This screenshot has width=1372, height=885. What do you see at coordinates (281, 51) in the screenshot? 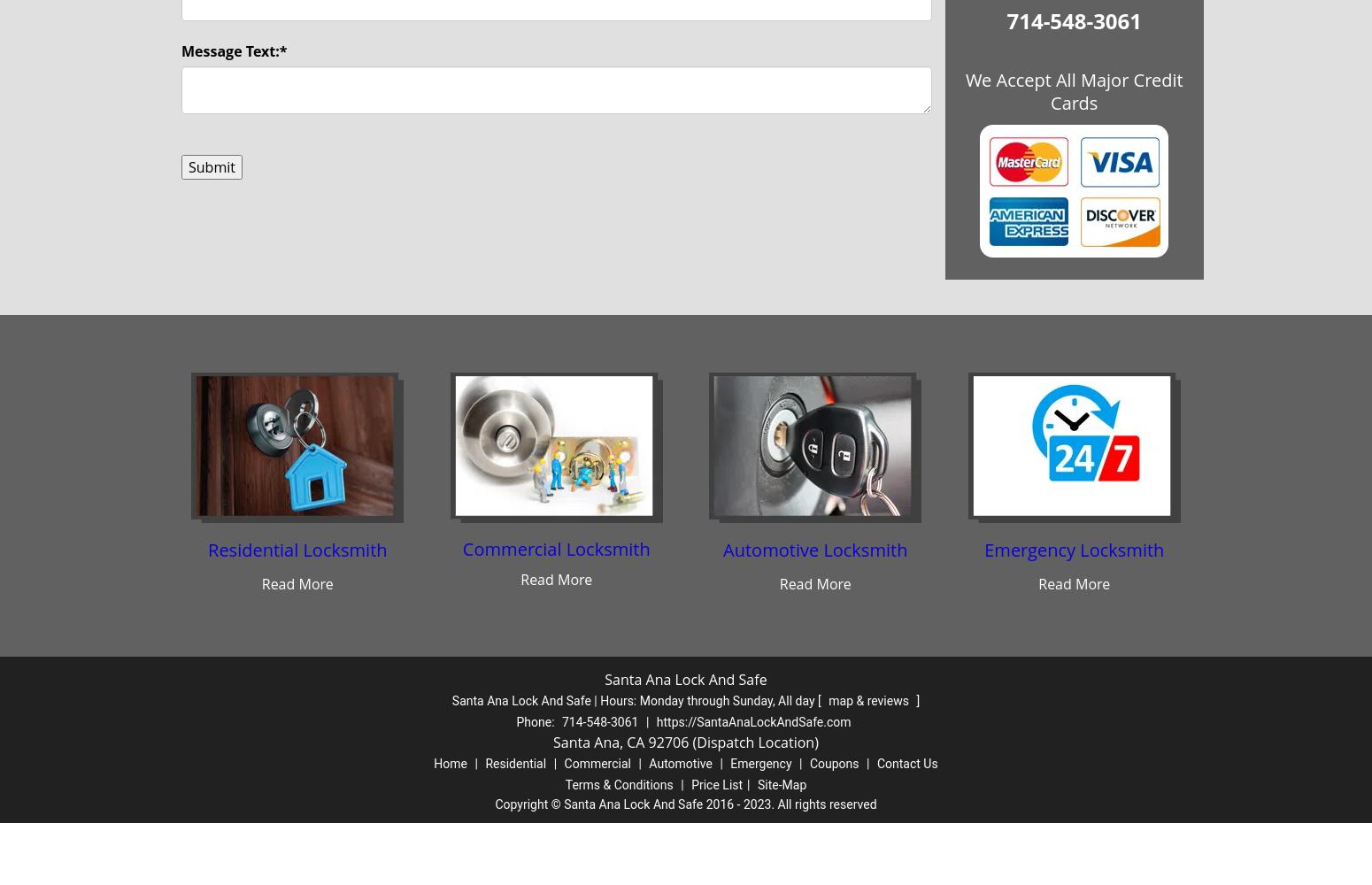
I see `'*'` at bounding box center [281, 51].